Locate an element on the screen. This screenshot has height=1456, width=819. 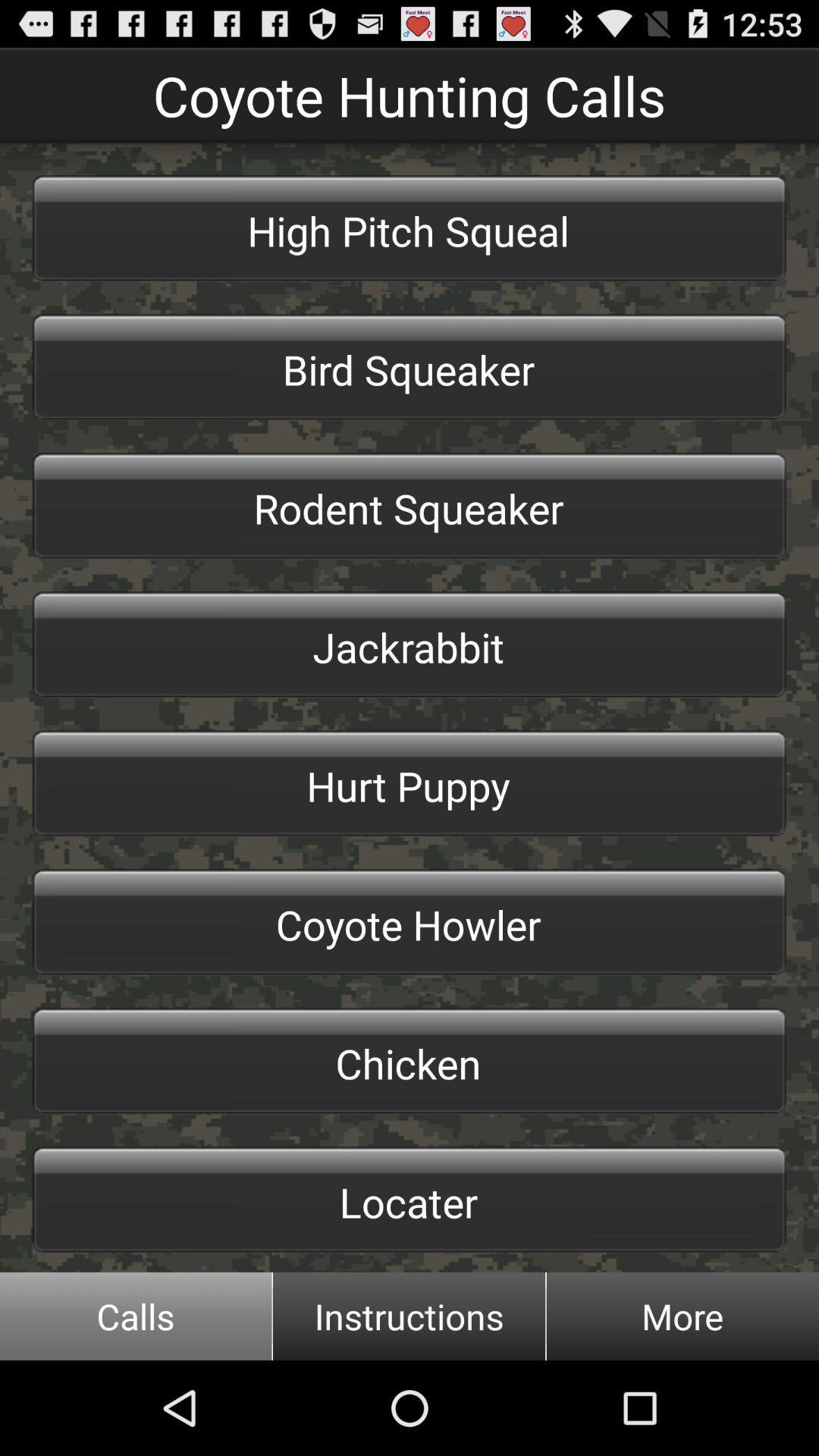
button below high pitch squeal is located at coordinates (409, 367).